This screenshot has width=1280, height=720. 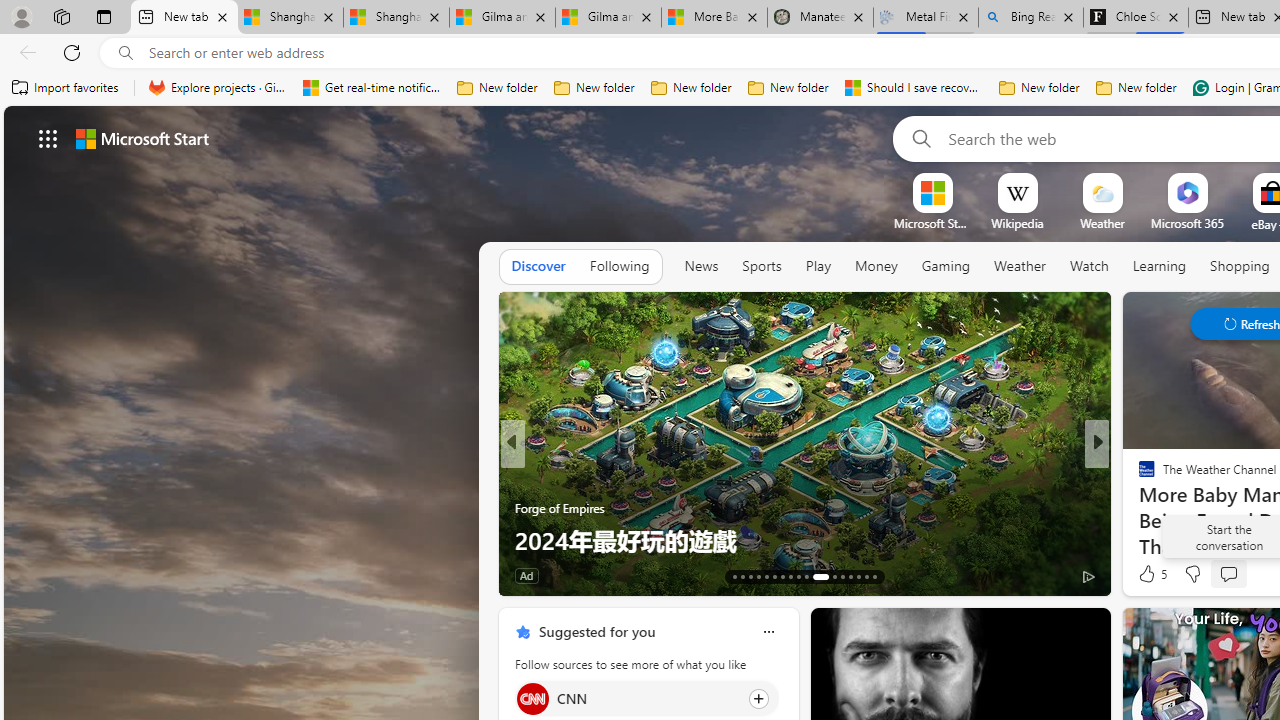 What do you see at coordinates (767, 632) in the screenshot?
I see `'Class: icon-img'` at bounding box center [767, 632].